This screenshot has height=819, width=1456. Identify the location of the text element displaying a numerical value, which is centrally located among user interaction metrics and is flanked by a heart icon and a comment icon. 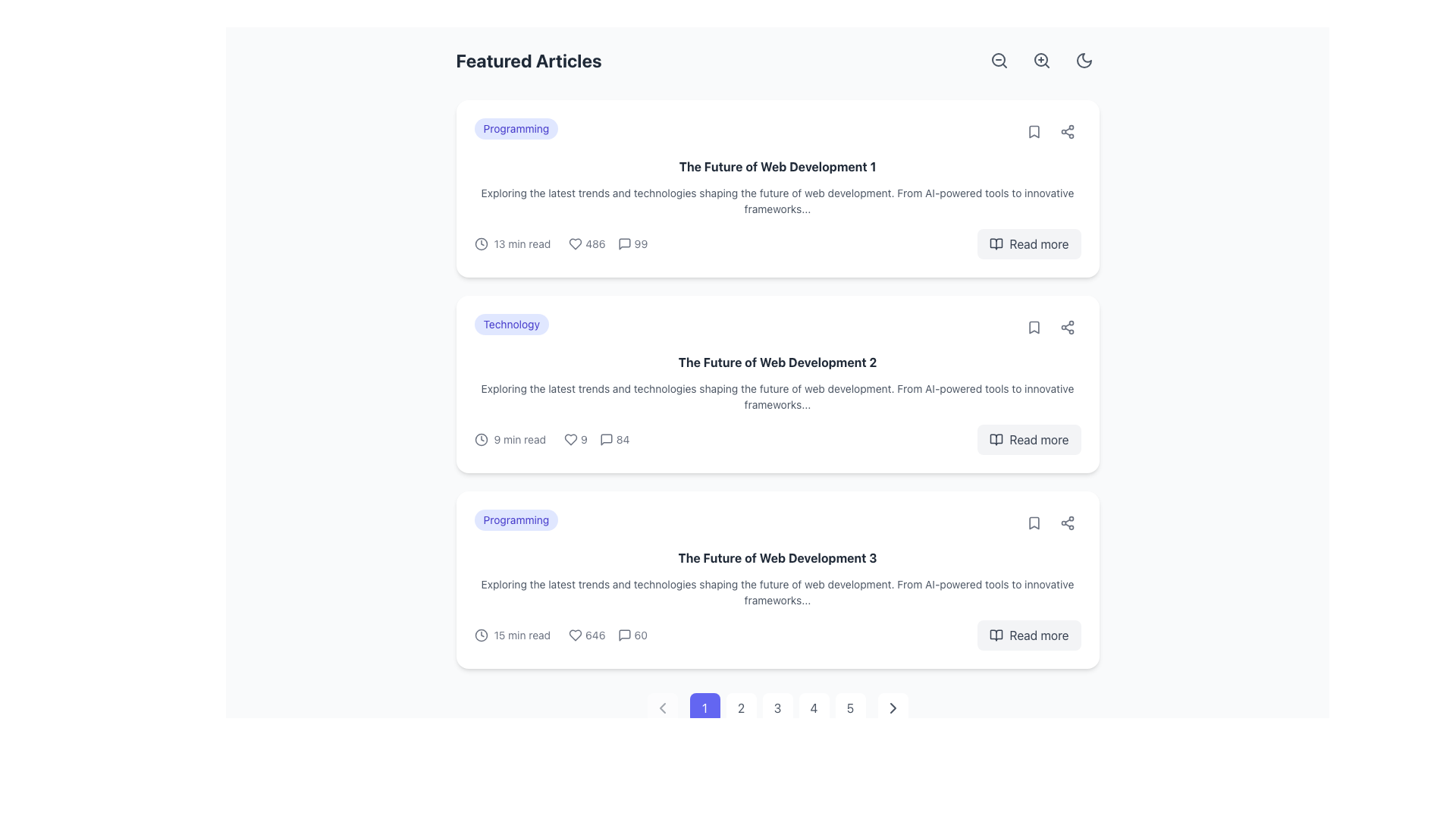
(607, 635).